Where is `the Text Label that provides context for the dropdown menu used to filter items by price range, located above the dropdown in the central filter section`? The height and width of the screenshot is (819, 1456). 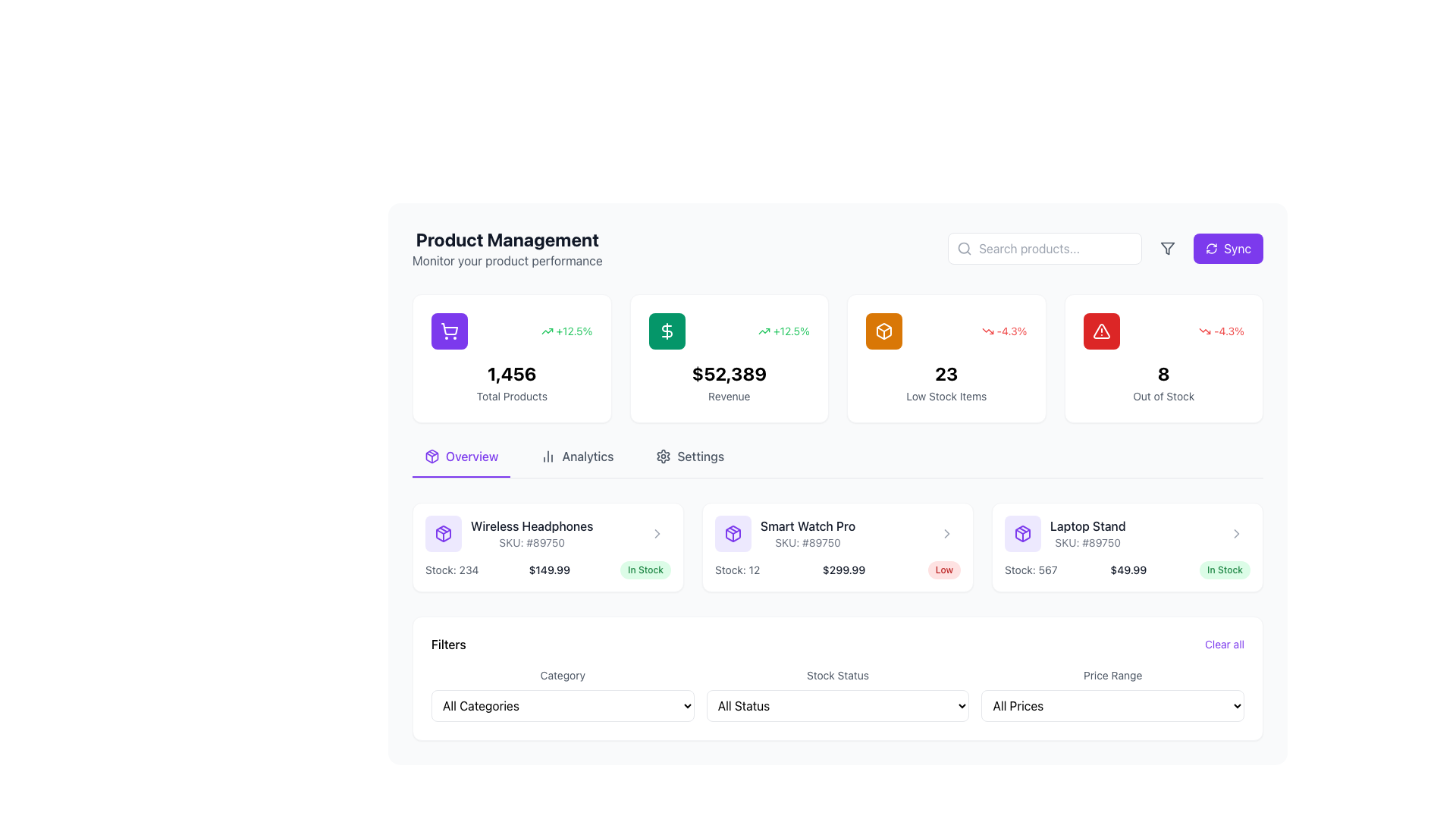 the Text Label that provides context for the dropdown menu used to filter items by price range, located above the dropdown in the central filter section is located at coordinates (1112, 674).